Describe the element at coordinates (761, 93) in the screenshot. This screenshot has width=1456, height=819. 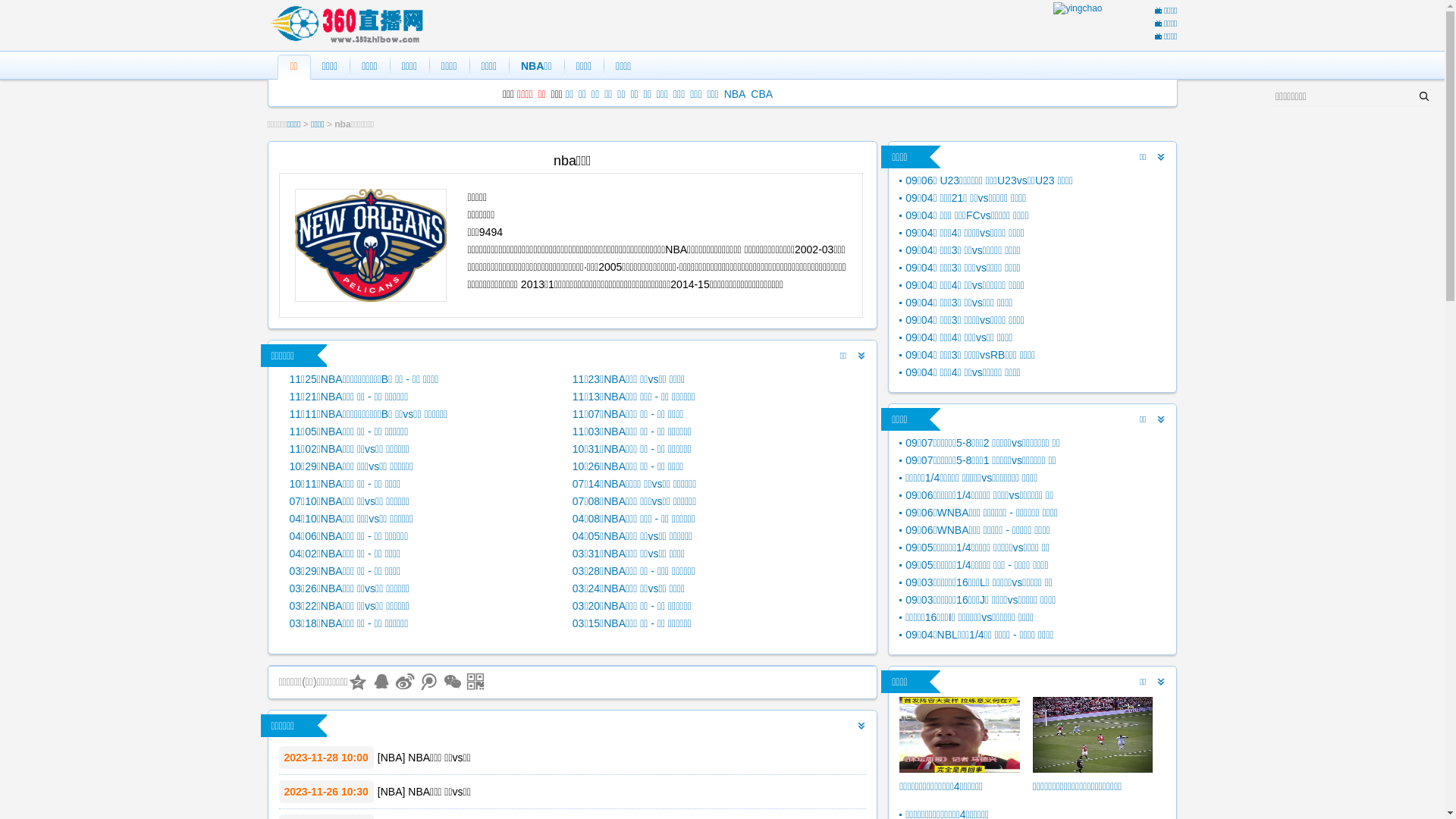
I see `'CBA'` at that location.